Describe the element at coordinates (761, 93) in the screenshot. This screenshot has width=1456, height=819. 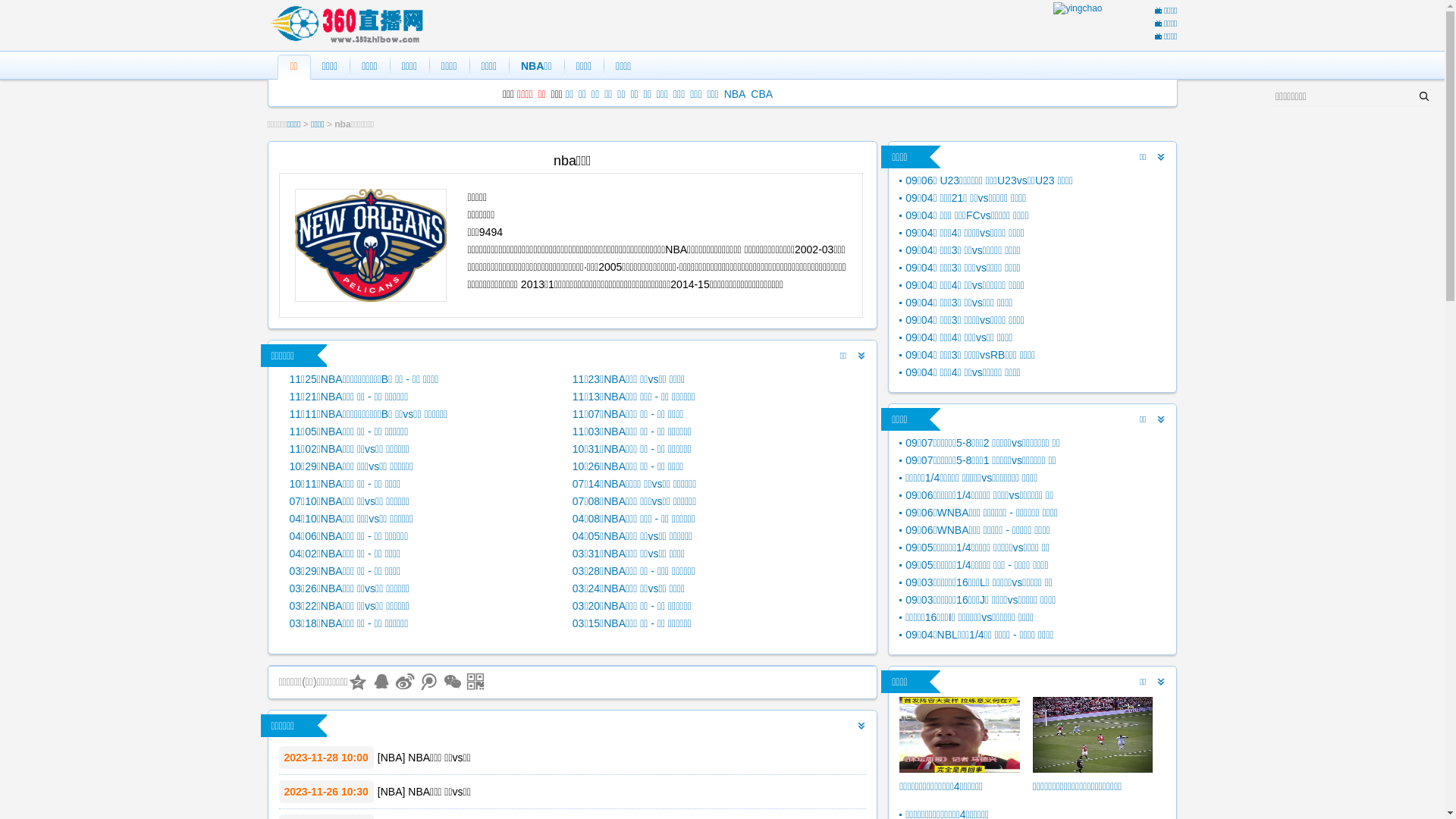
I see `'CBA'` at that location.